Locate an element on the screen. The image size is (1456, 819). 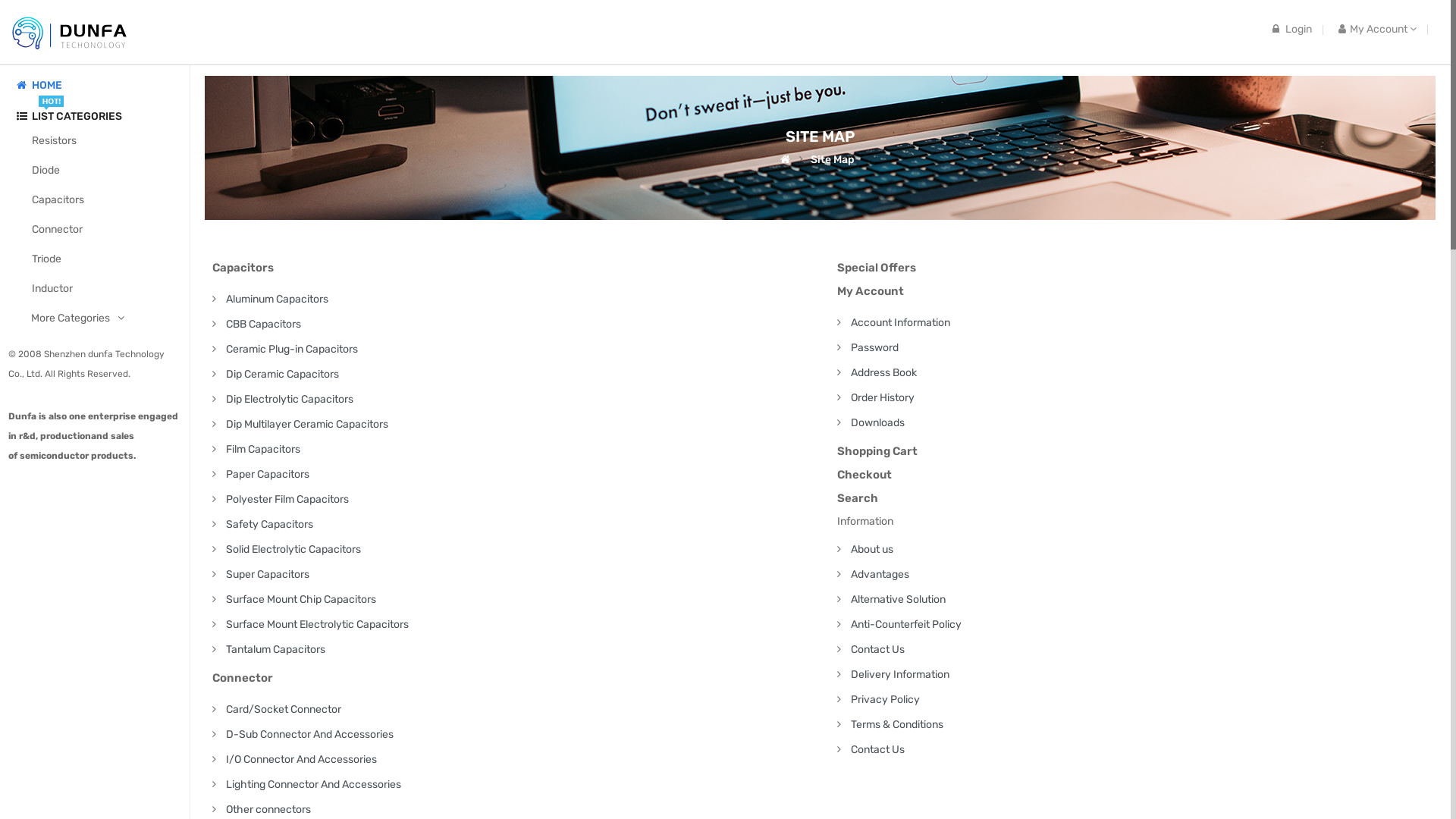
'Account Information' is located at coordinates (900, 322).